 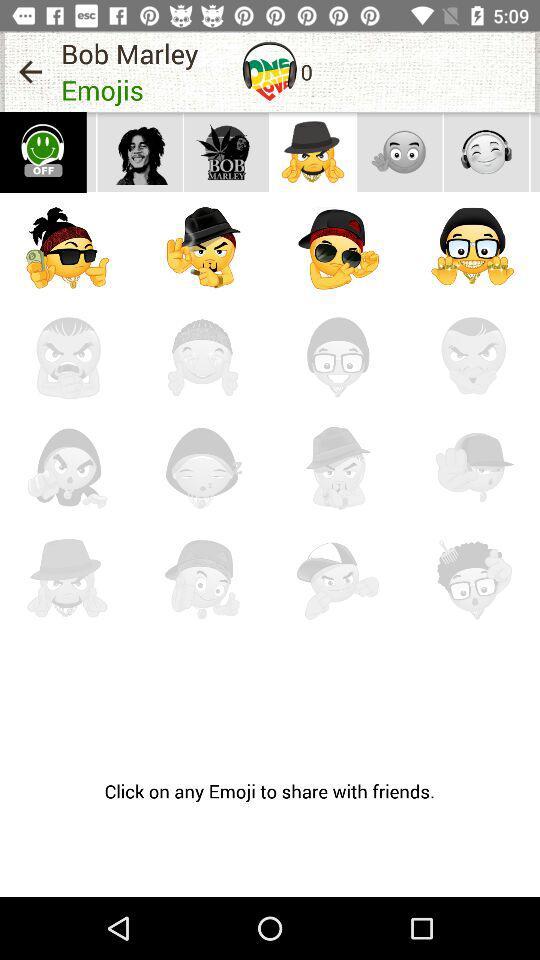 What do you see at coordinates (270, 71) in the screenshot?
I see `the item to the left of the 0 icon` at bounding box center [270, 71].